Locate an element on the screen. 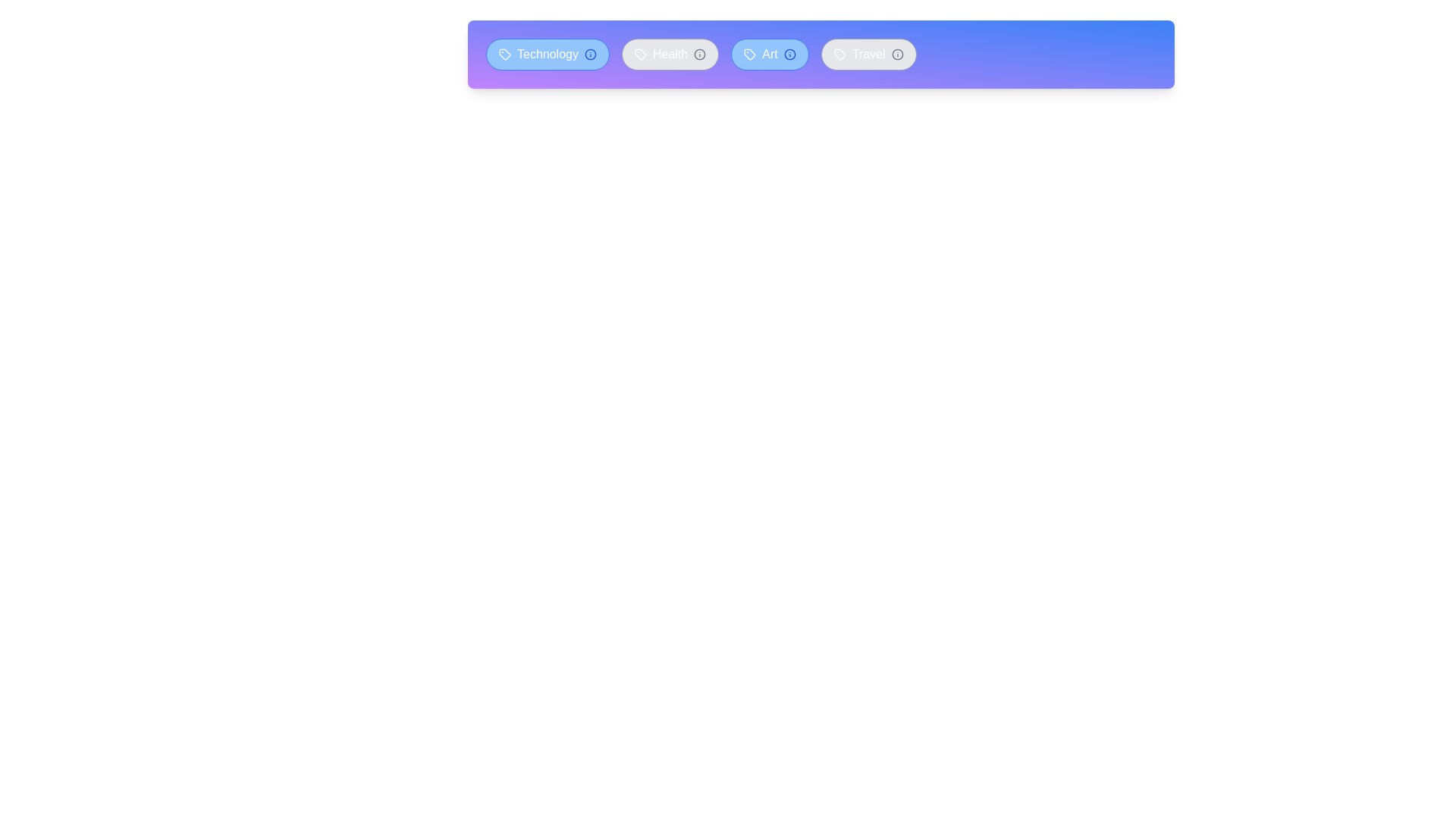 The height and width of the screenshot is (819, 1456). the icon within the tag labeled 'Technology' is located at coordinates (505, 54).